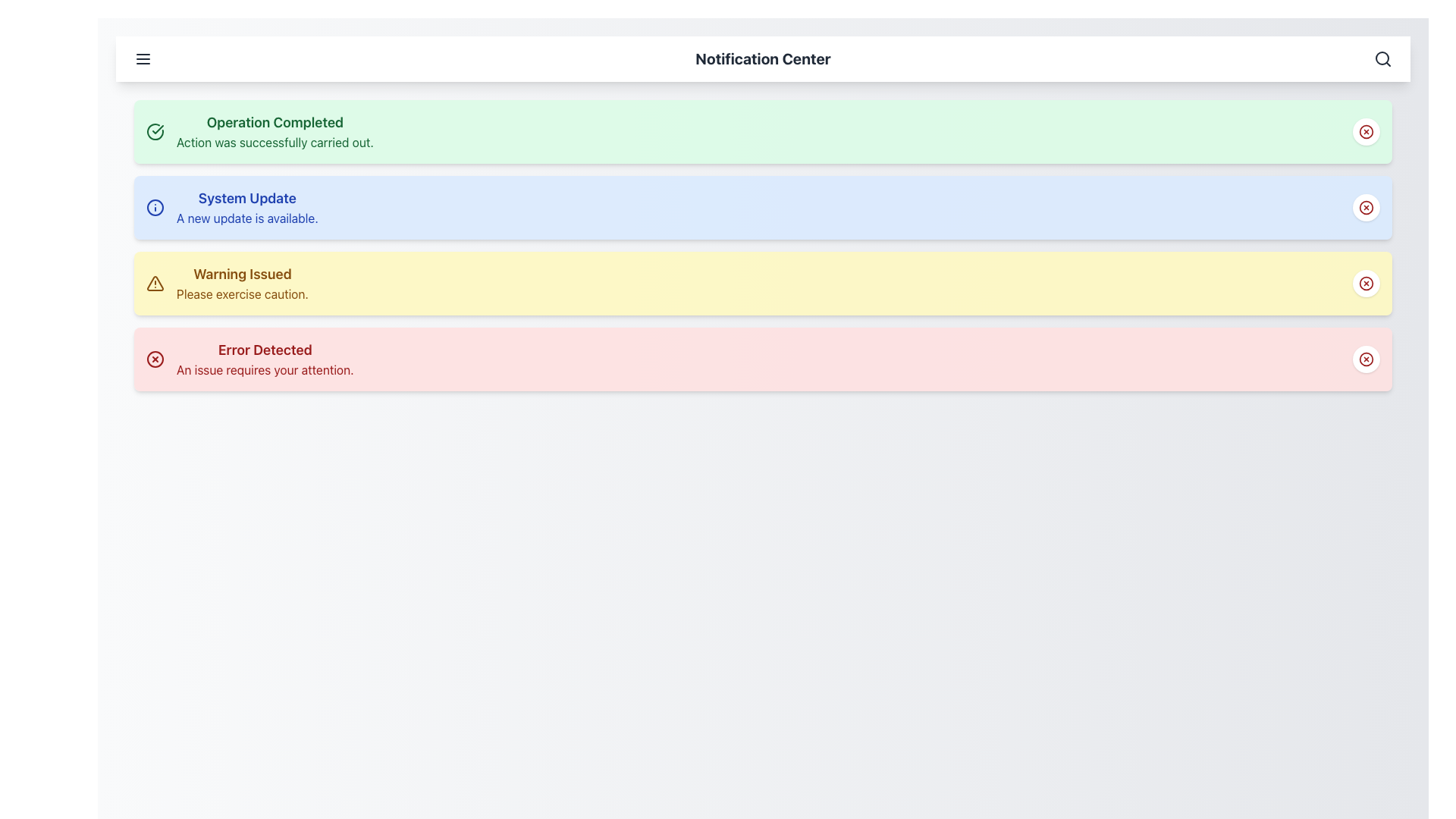 The height and width of the screenshot is (819, 1456). Describe the element at coordinates (265, 350) in the screenshot. I see `the 'Error Detected' heading, which is the title of the notification card in the Notification Center interface` at that location.